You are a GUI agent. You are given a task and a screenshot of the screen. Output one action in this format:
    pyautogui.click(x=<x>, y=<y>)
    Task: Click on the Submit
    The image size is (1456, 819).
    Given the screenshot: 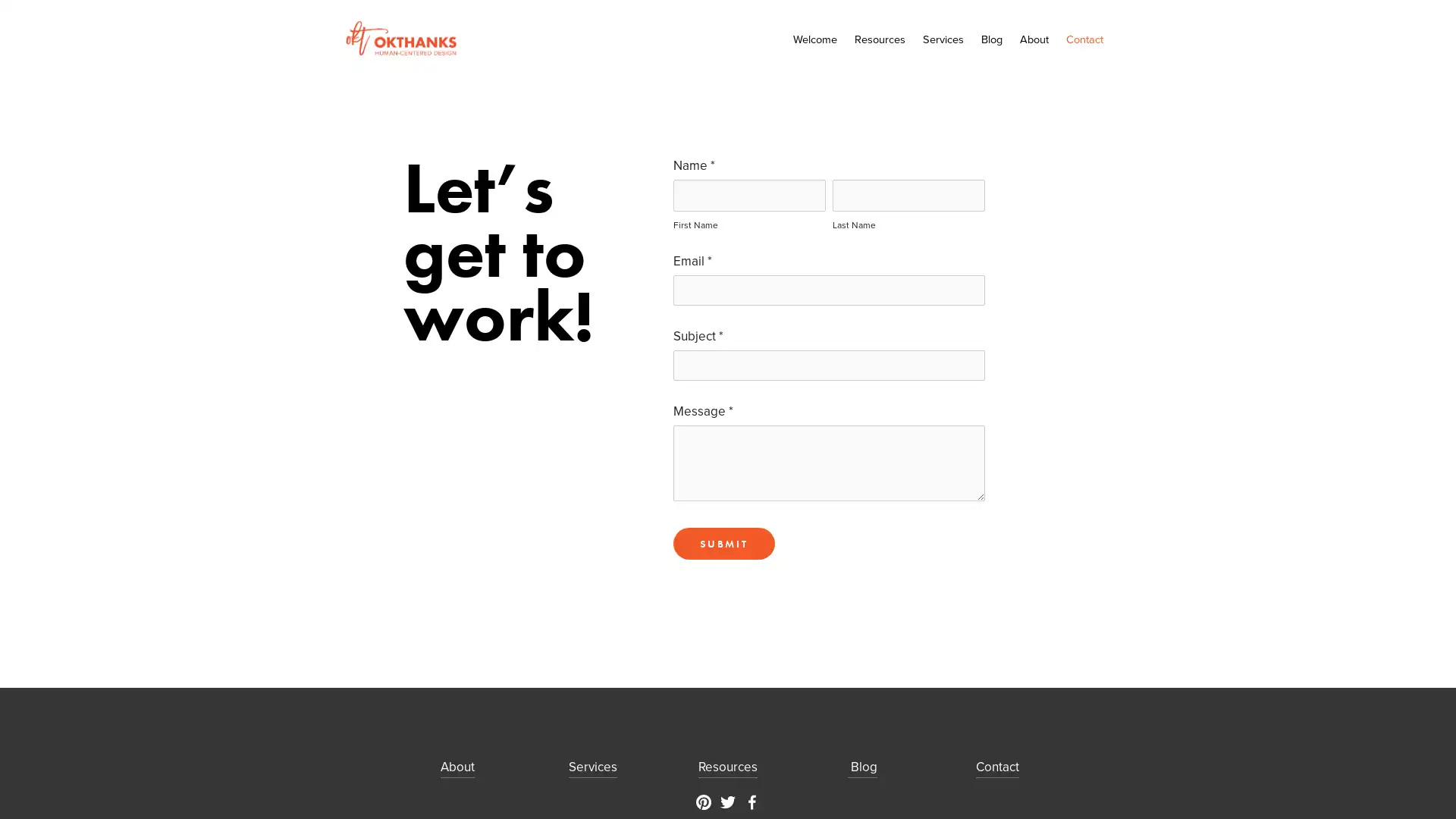 What is the action you would take?
    pyautogui.click(x=723, y=542)
    